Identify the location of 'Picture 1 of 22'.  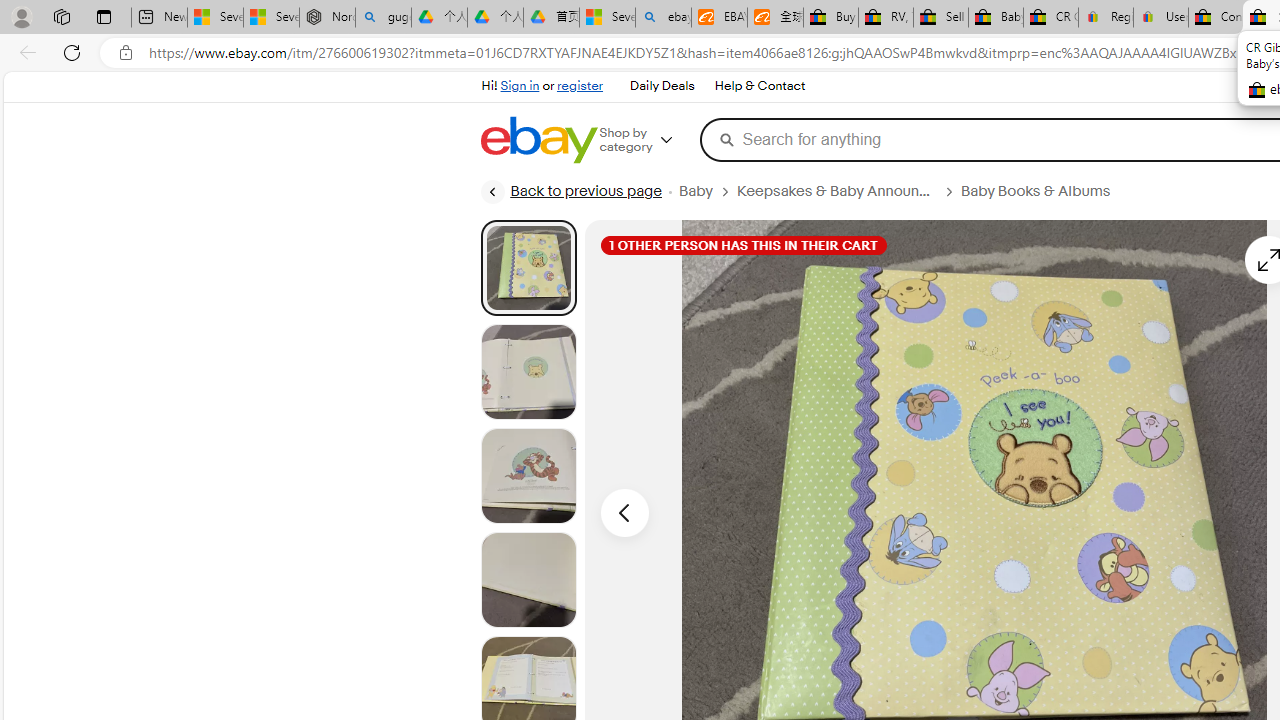
(528, 266).